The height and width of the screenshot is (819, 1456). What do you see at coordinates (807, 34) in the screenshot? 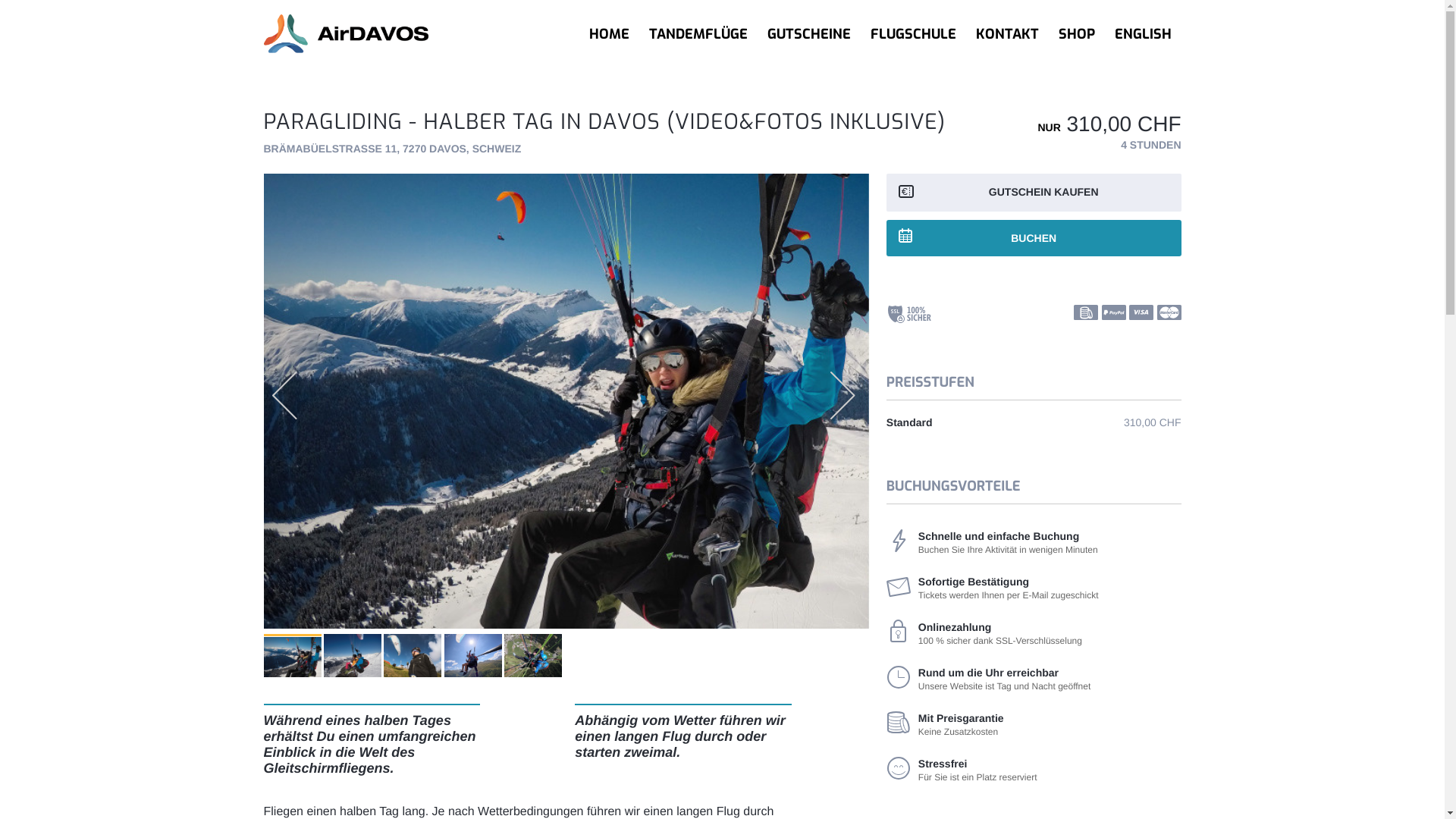
I see `'GUTSCHEINE'` at bounding box center [807, 34].